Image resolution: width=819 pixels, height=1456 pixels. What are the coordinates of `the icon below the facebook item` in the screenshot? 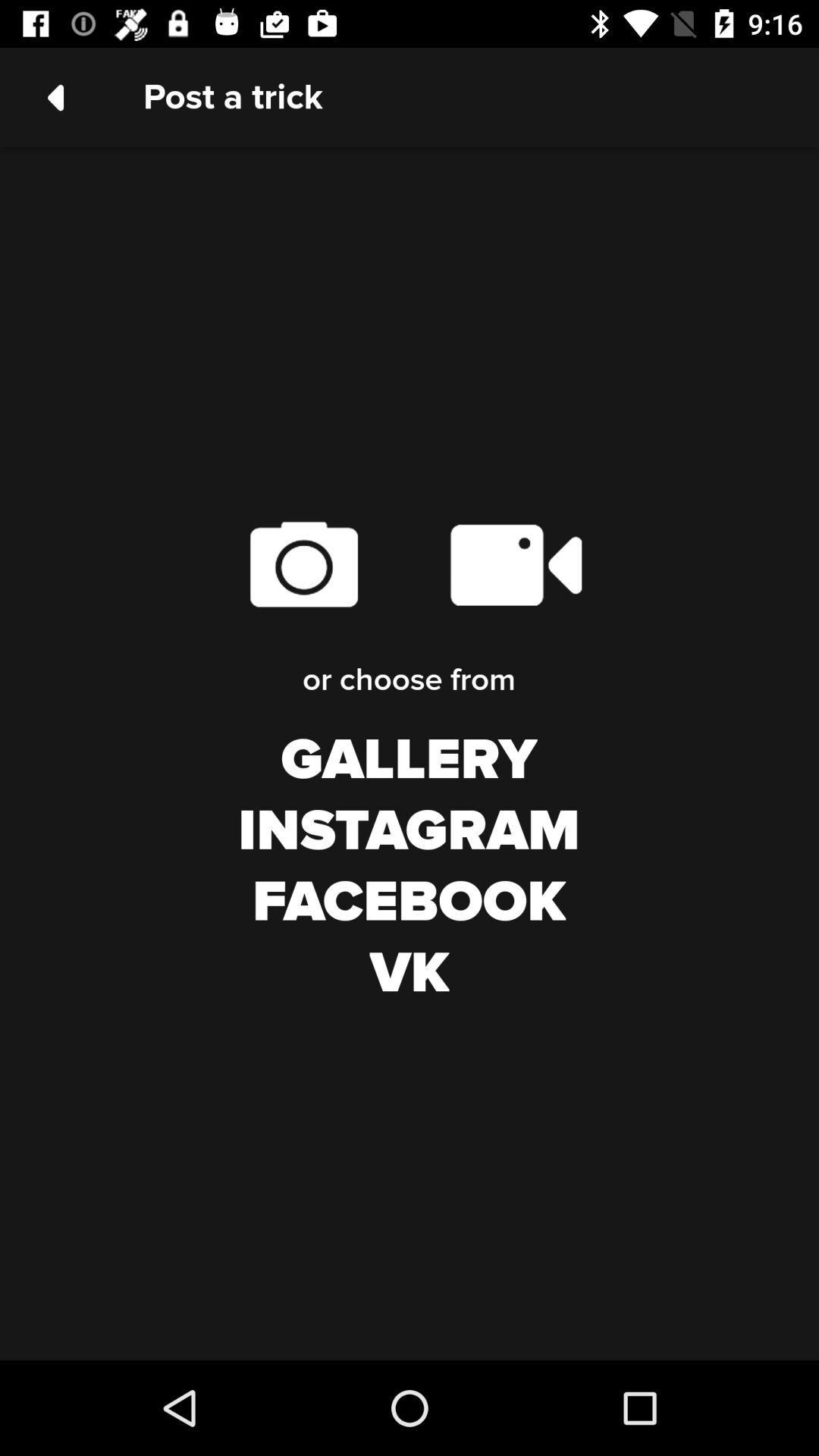 It's located at (409, 974).